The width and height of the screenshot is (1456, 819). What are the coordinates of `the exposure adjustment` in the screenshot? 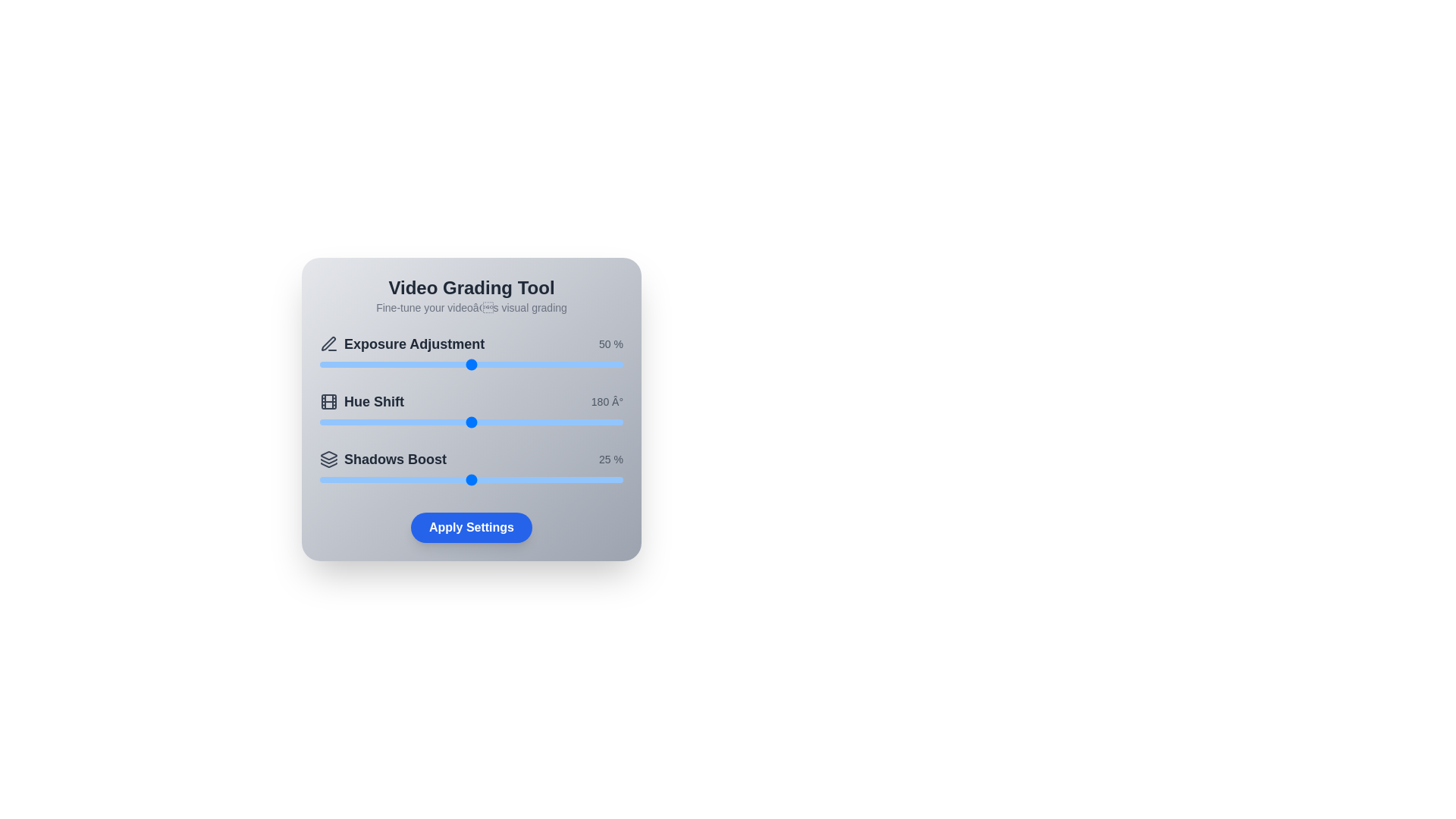 It's located at (523, 365).